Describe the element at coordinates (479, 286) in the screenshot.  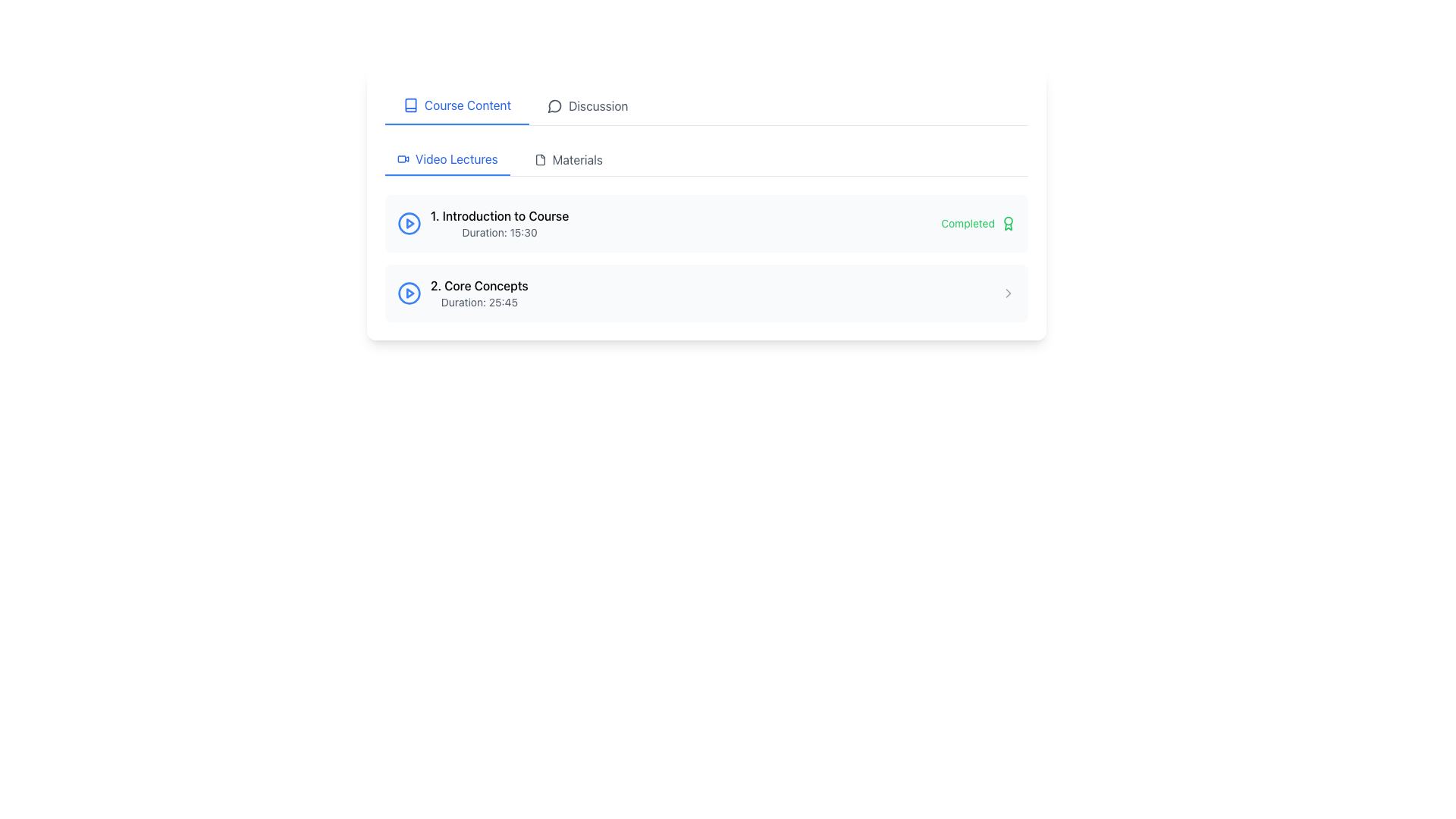
I see `the text label '2. Core Concepts' which is styled as a heading in a medium font weight, located in the second row of the video lectures list` at that location.